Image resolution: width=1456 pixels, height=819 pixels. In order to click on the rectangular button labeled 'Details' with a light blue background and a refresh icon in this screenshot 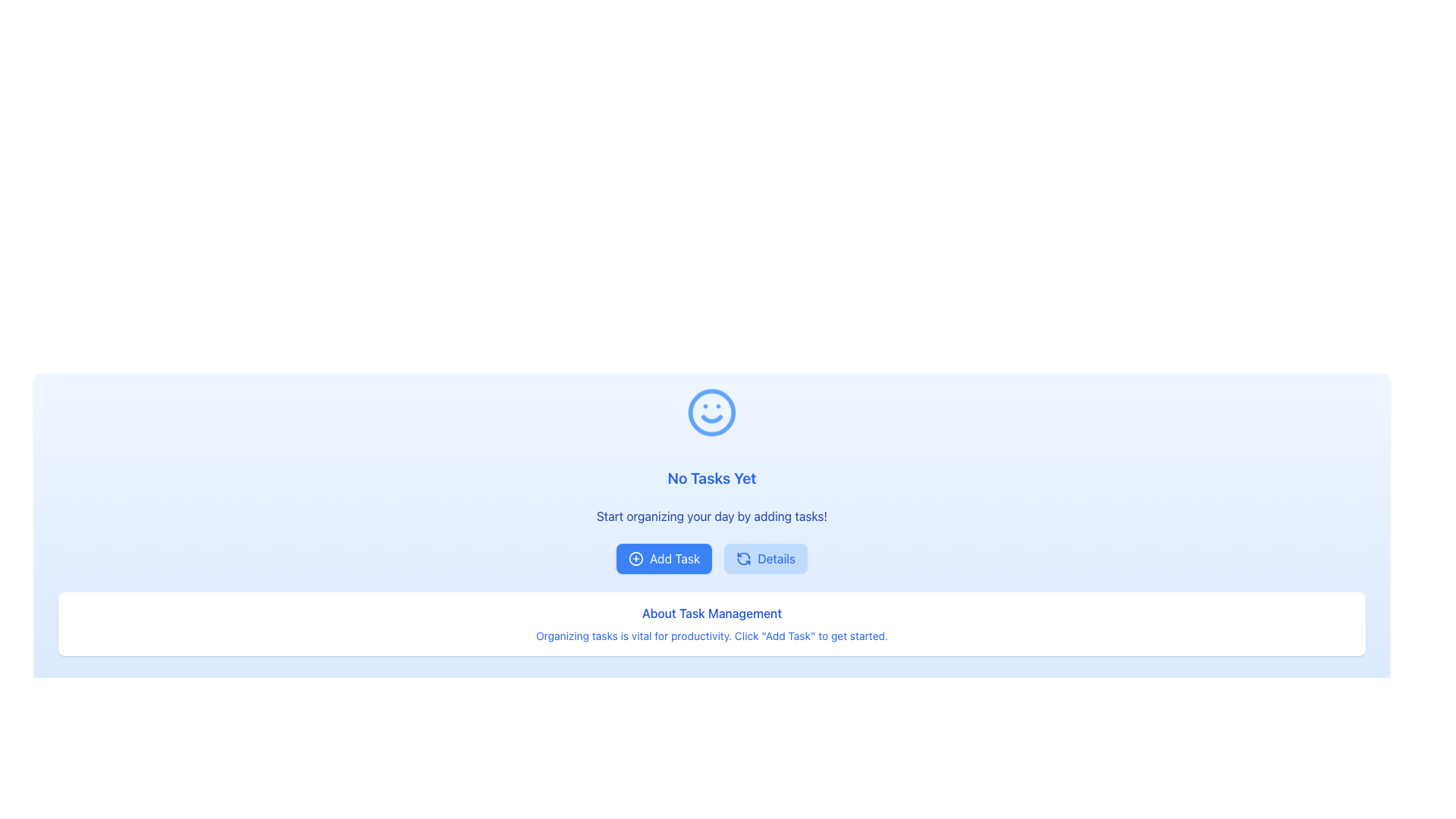, I will do `click(765, 558)`.